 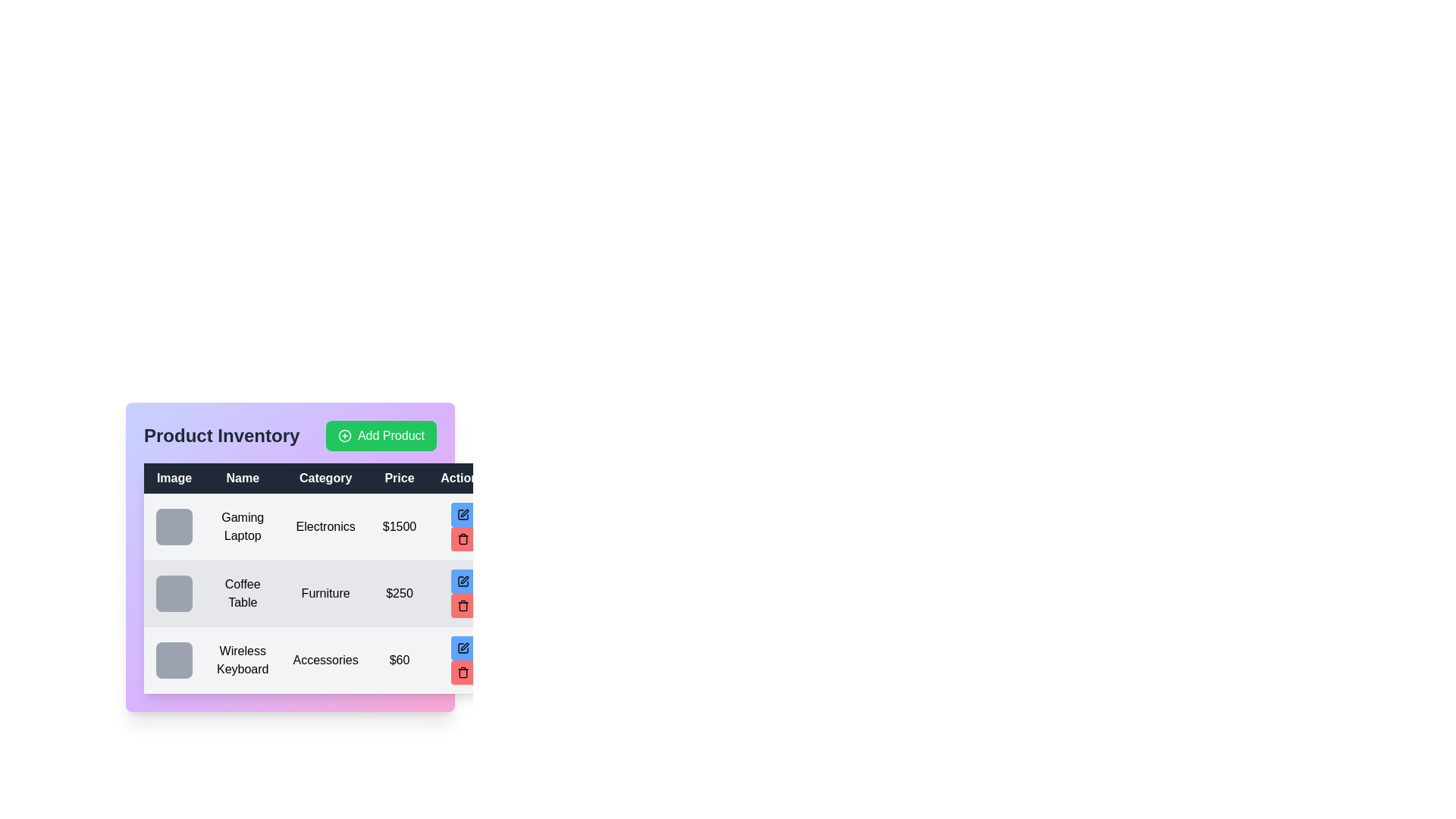 I want to click on the trash can icon located in the last column of a table row, which is within a red background button, so click(x=462, y=604).